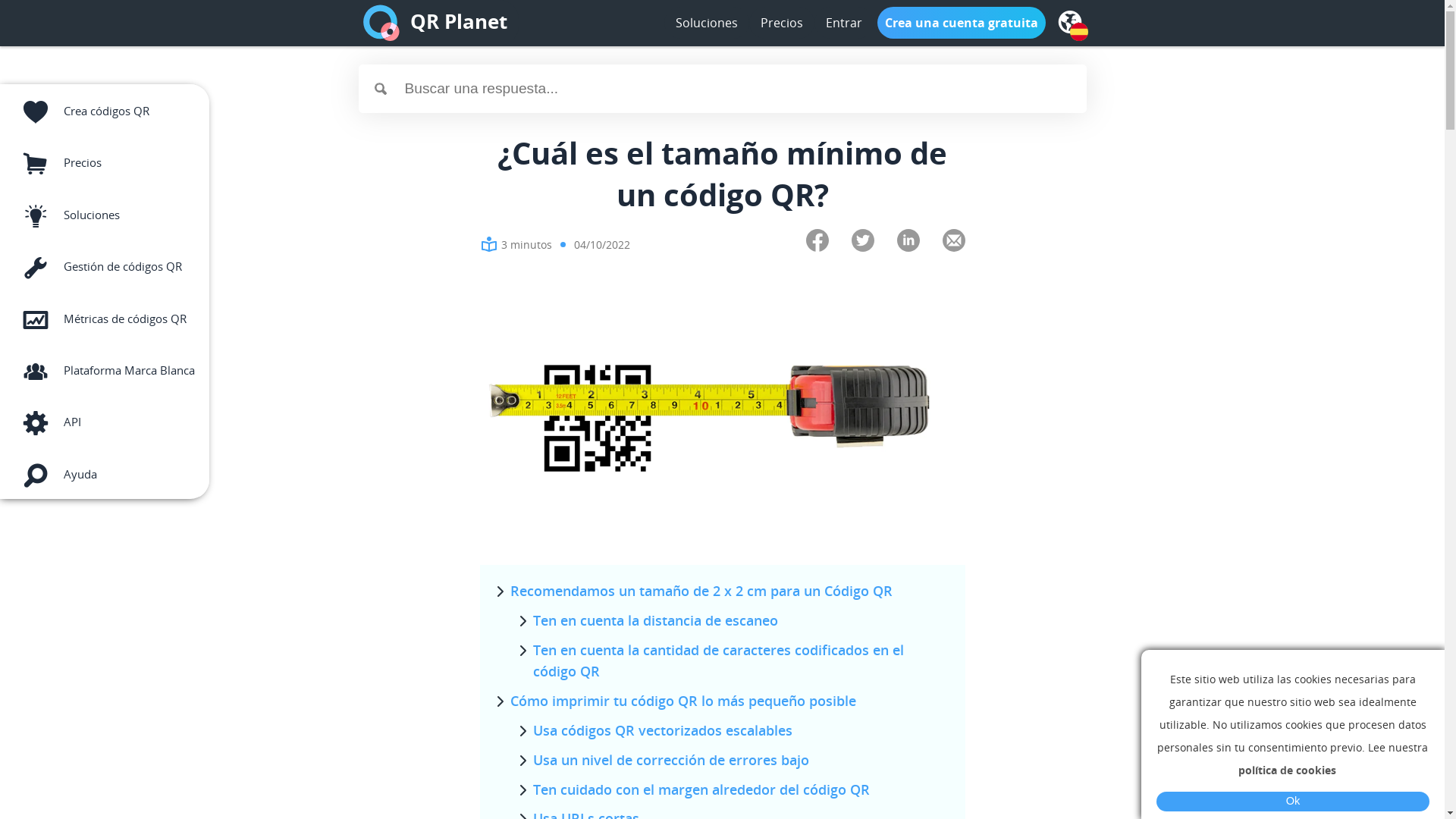 This screenshot has height=819, width=1456. What do you see at coordinates (1291, 800) in the screenshot?
I see `'Ok'` at bounding box center [1291, 800].